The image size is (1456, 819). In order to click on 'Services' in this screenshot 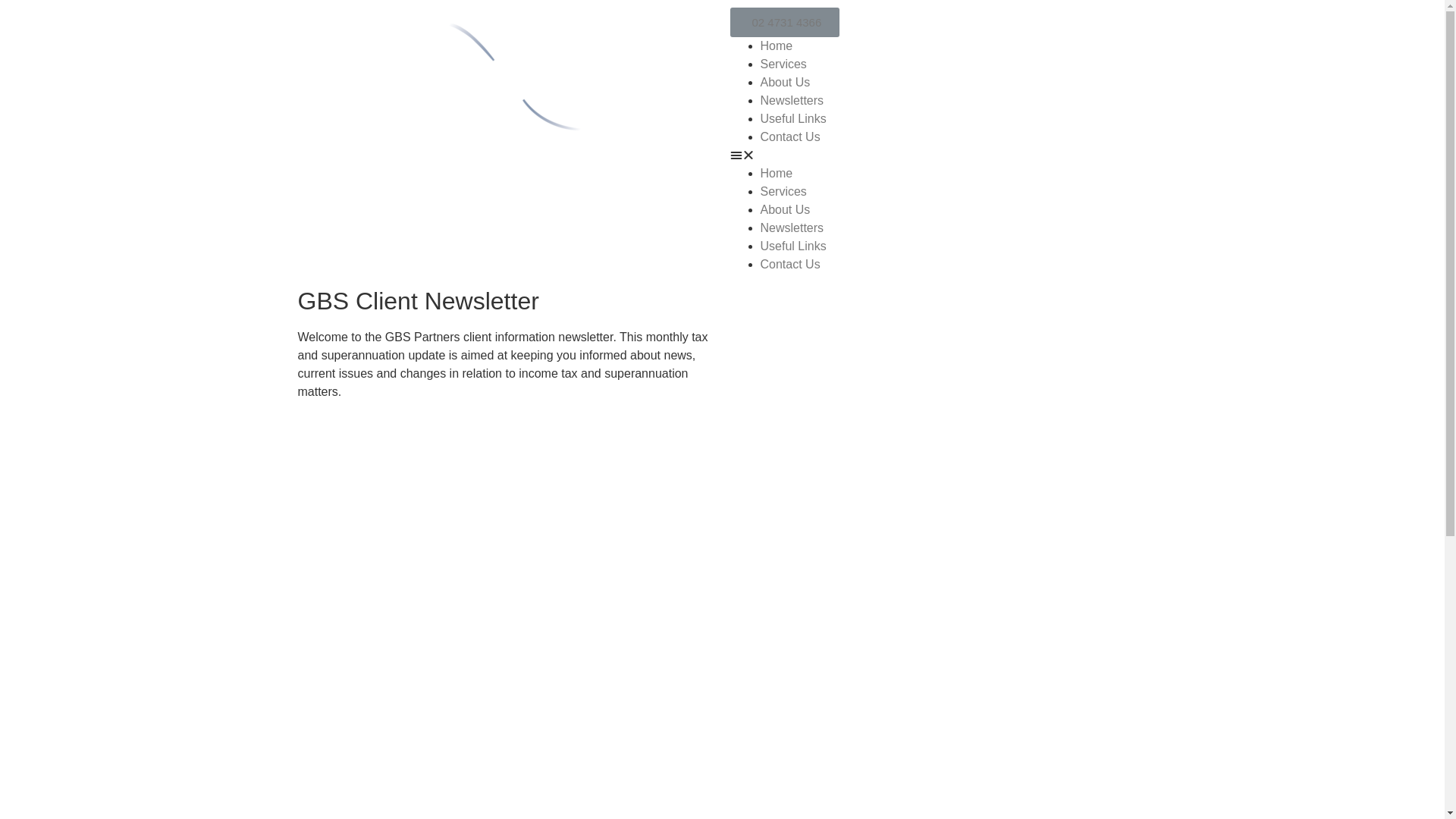, I will do `click(783, 190)`.